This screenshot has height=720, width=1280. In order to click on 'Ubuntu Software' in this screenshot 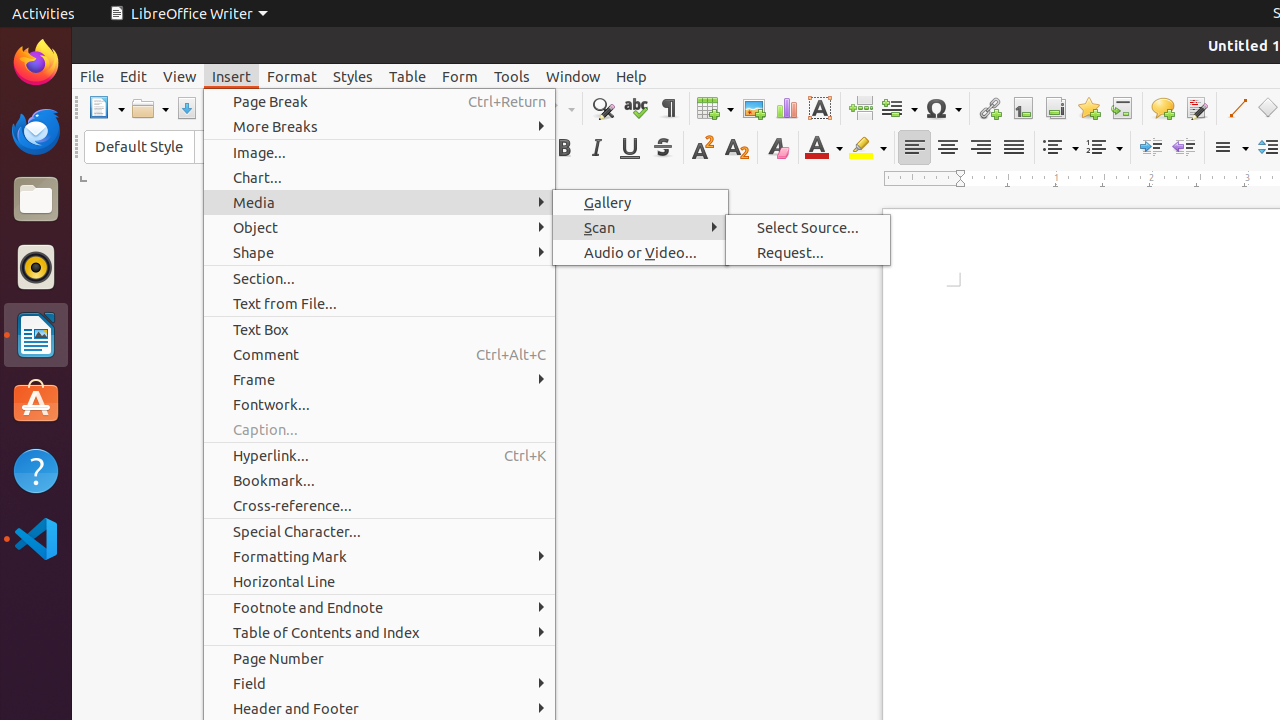, I will do `click(35, 403)`.